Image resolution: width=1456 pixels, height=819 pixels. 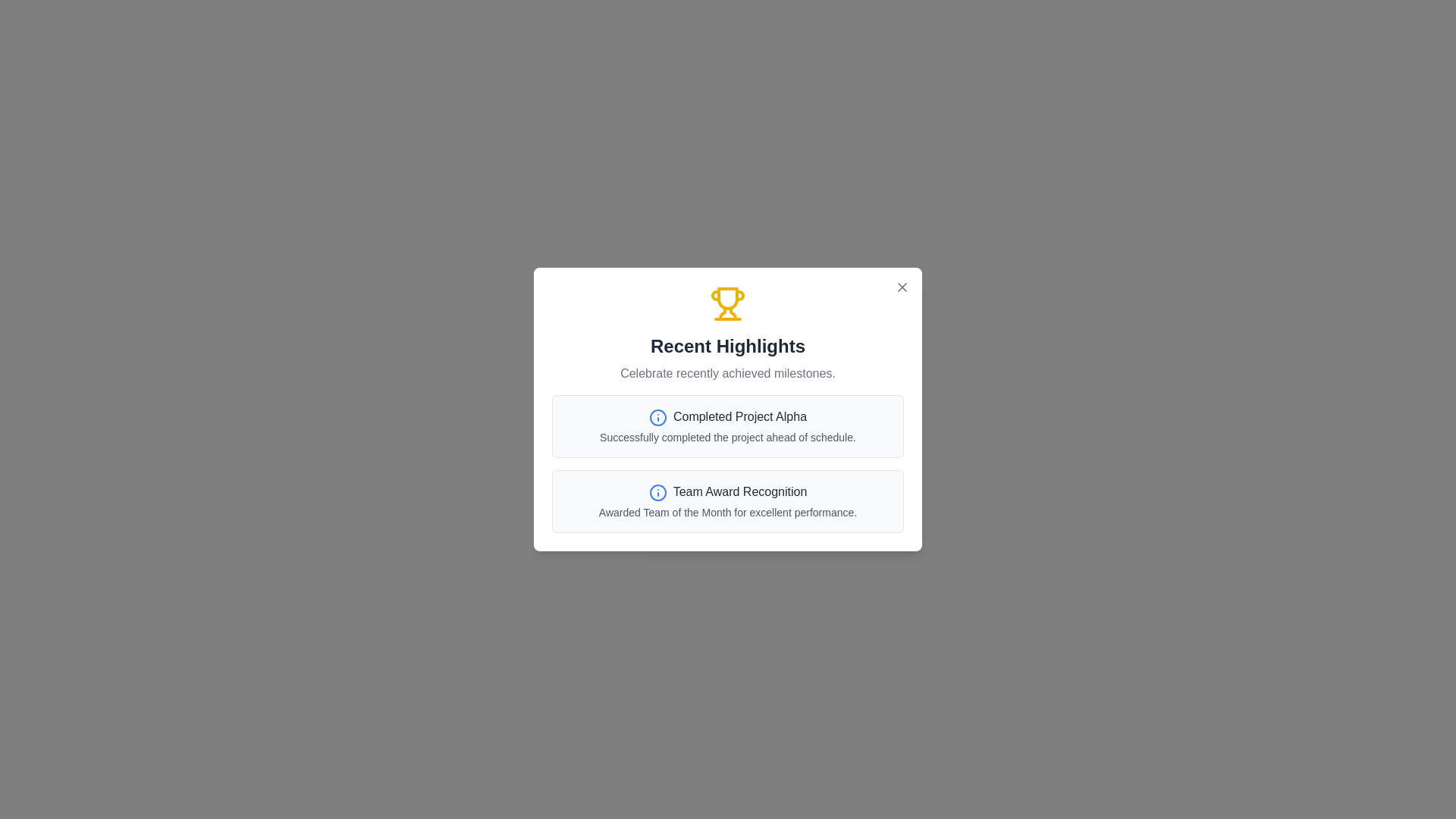 I want to click on the informational or warning icon related to the 'Team Award Recognition' description, positioned to the left of the corresponding text, so click(x=657, y=492).